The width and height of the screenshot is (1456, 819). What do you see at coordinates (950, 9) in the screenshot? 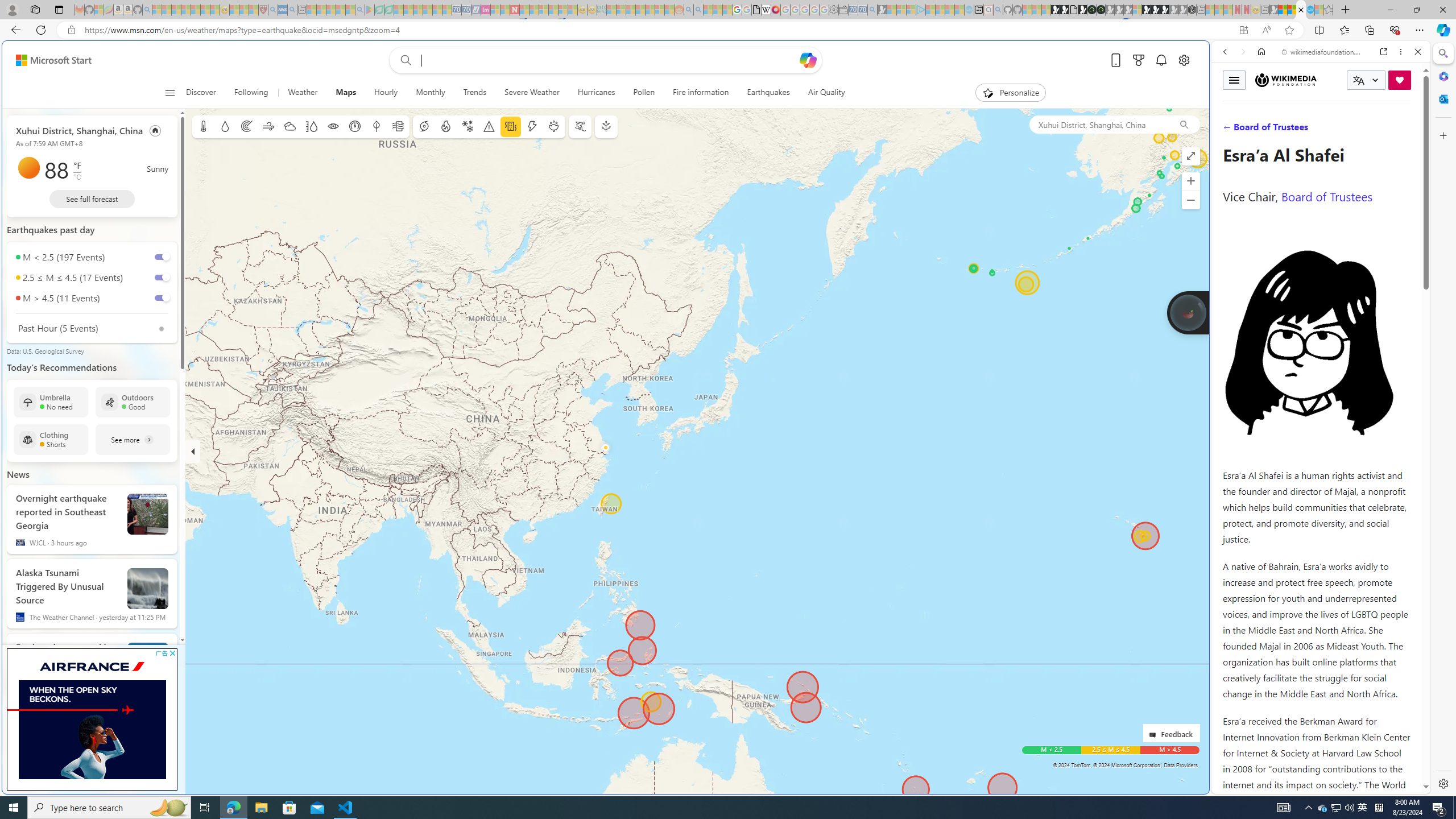
I see `'Microsoft Start - Sleeping'` at bounding box center [950, 9].